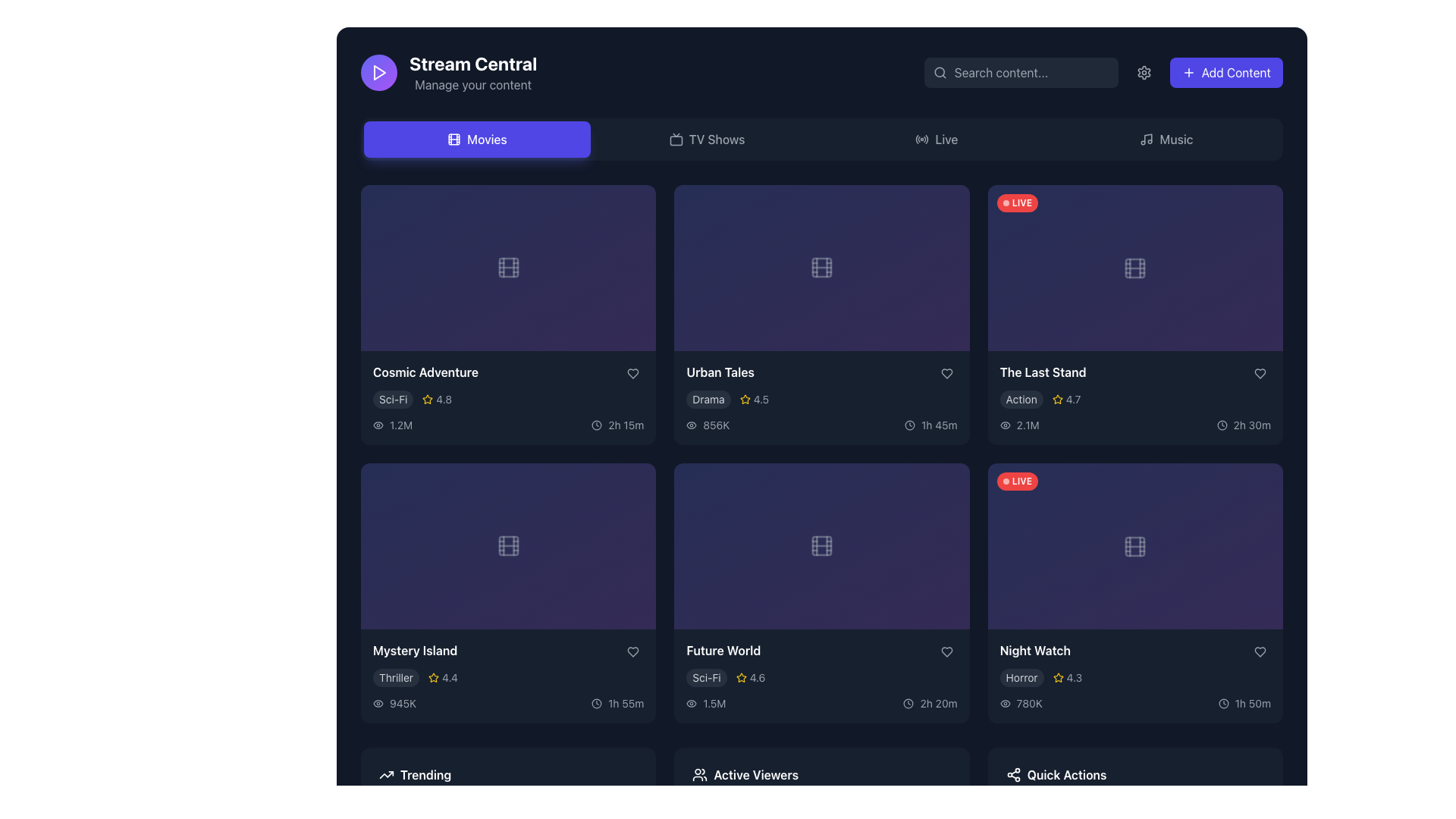 The image size is (1456, 819). Describe the element at coordinates (433, 677) in the screenshot. I see `the star icon that signifies the user rating of 4.4 for the content labeled 'Mystery Island'` at that location.